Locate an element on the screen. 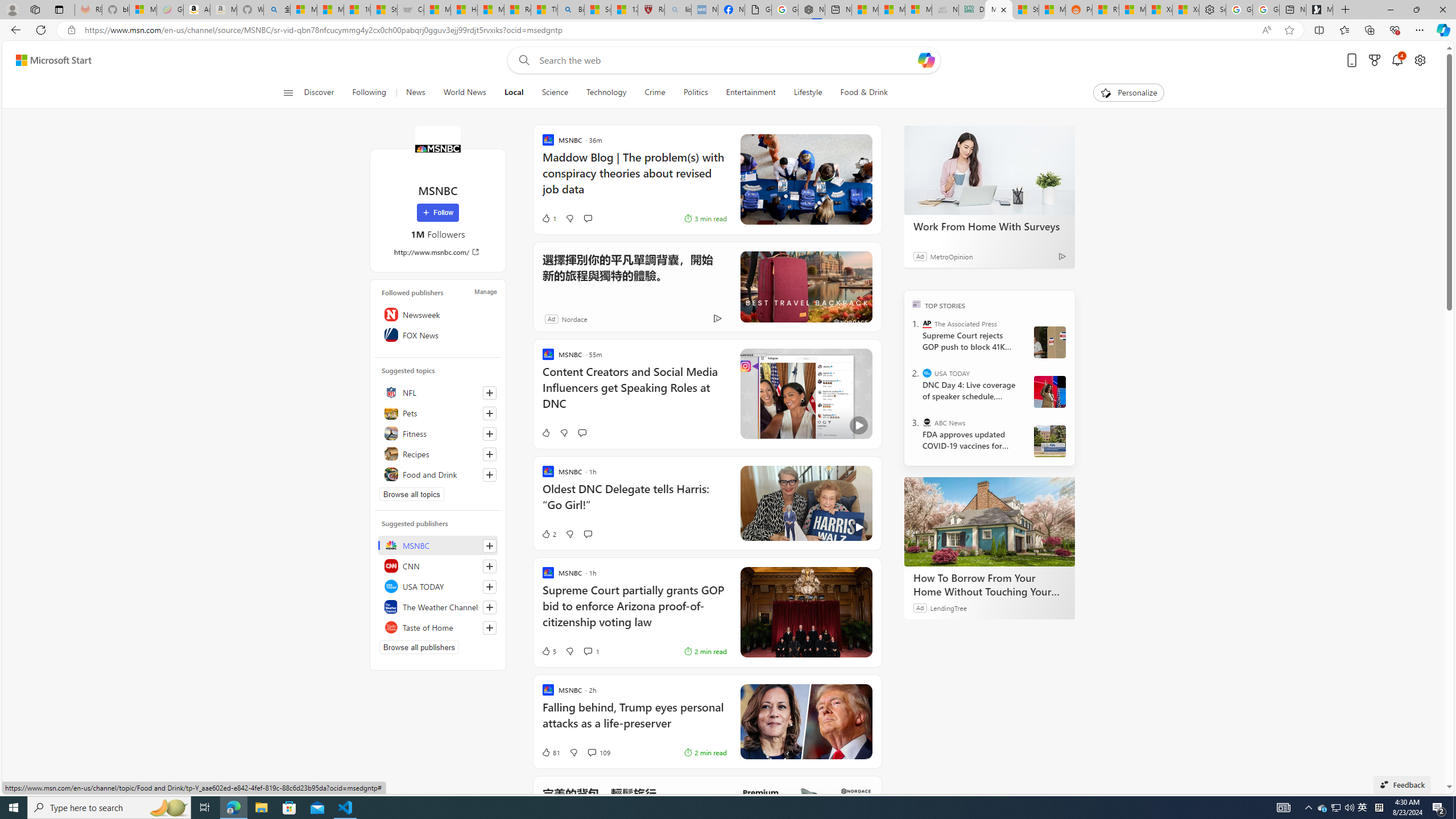 Image resolution: width=1456 pixels, height=819 pixels. 'Pets' is located at coordinates (438, 412).